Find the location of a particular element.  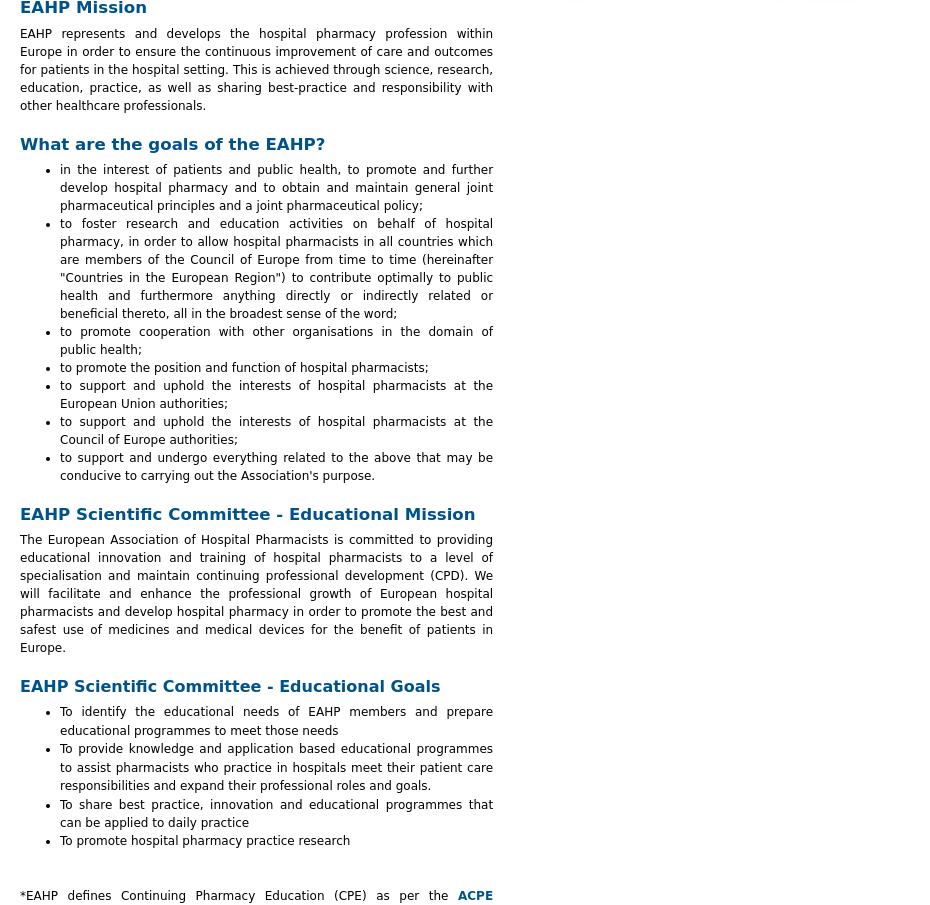

'What are the goals of the EAHP?' is located at coordinates (171, 142).